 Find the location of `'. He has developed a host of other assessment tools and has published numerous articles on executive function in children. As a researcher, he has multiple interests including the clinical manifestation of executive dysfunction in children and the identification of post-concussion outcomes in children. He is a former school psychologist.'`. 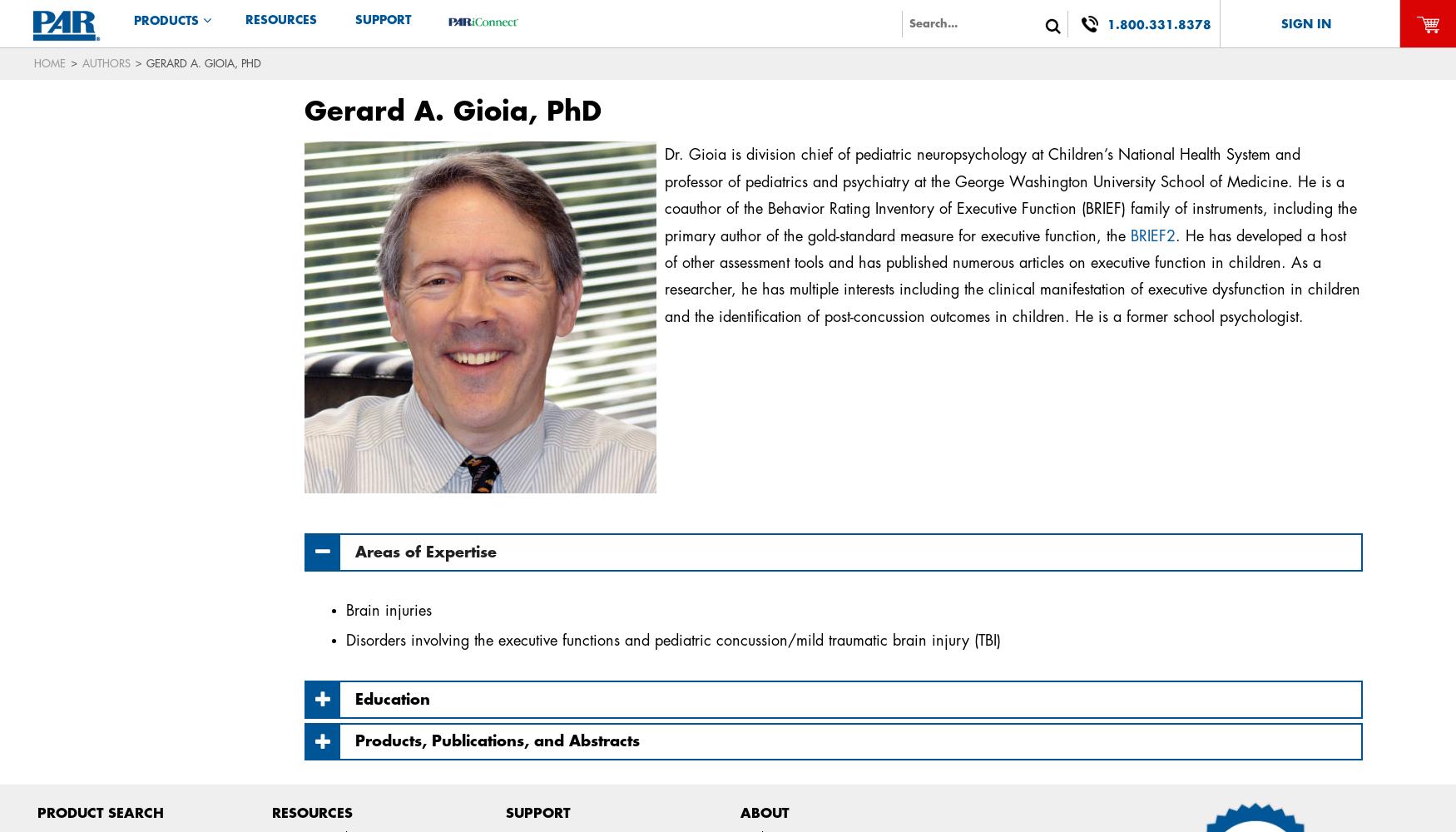

'. He has developed a host of other assessment tools and has published numerous articles on executive function in children. As a researcher, he has multiple interests including the clinical manifestation of executive dysfunction in children and the identification of post-concussion outcomes in children. He is a former school psychologist.' is located at coordinates (1012, 275).